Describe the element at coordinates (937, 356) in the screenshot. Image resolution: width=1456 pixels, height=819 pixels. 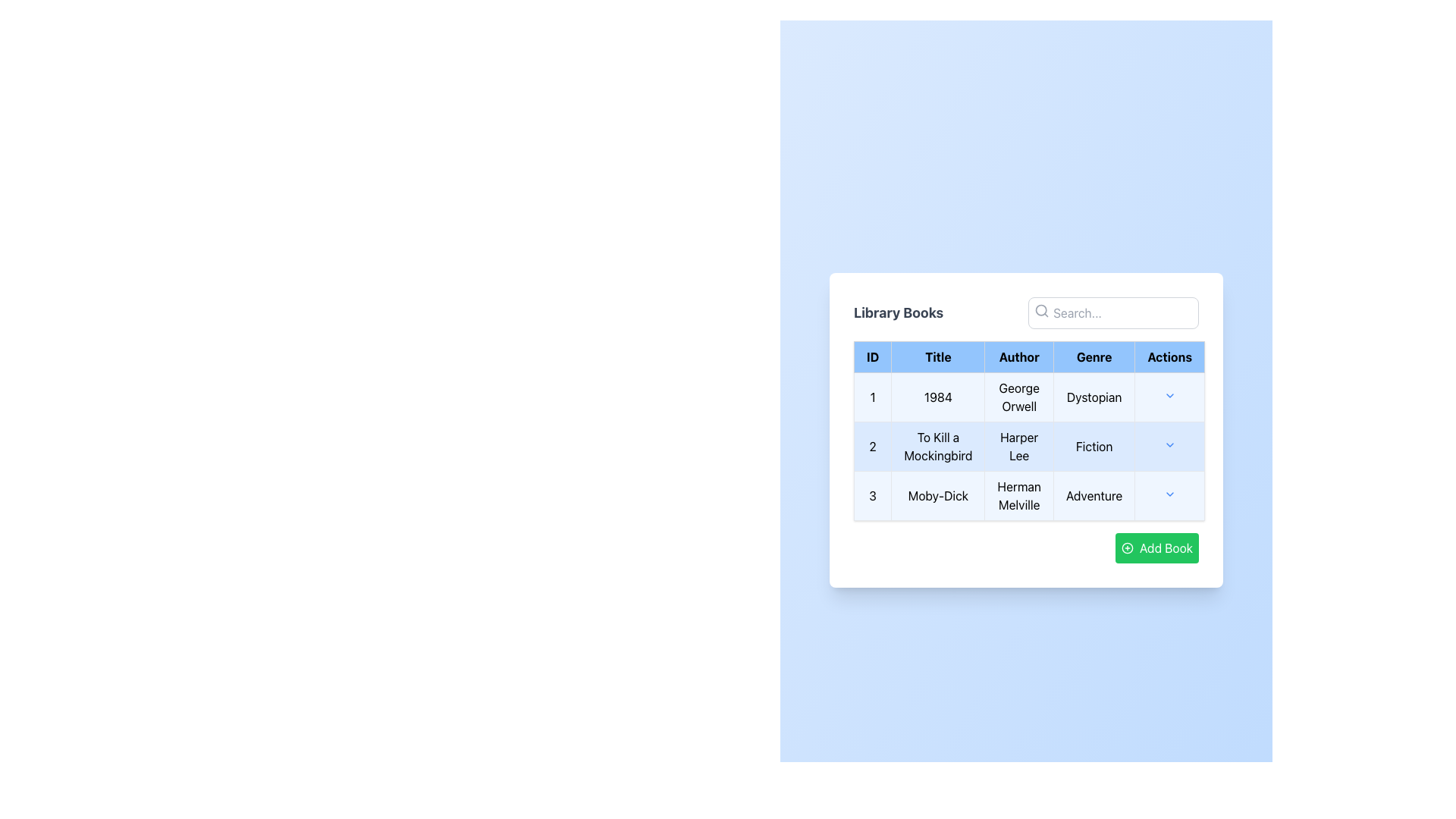
I see `the Table Header Cell for the 'Title' column in the Library Books section, located between 'ID' and 'Author'` at that location.